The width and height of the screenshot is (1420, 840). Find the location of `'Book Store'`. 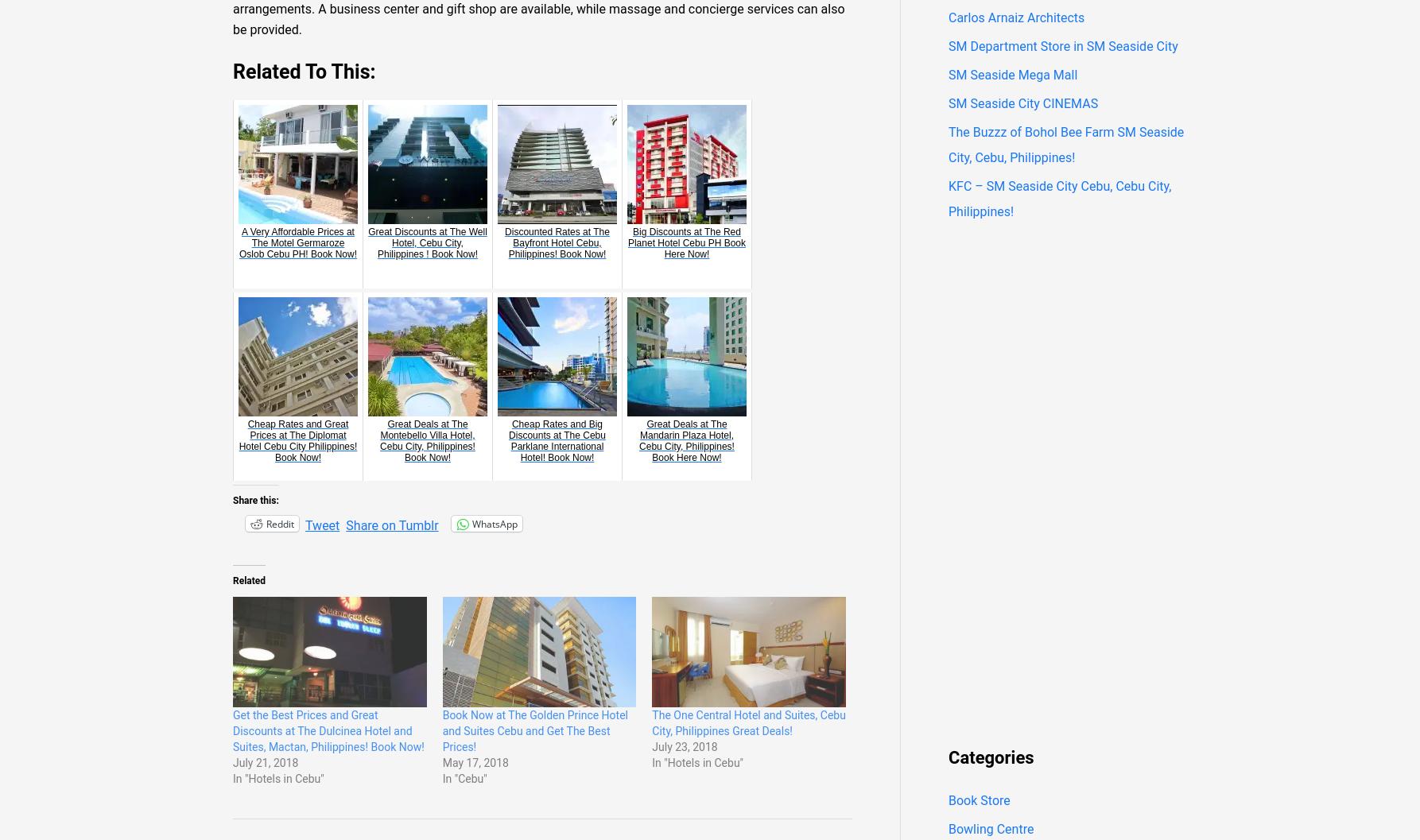

'Book Store' is located at coordinates (979, 799).